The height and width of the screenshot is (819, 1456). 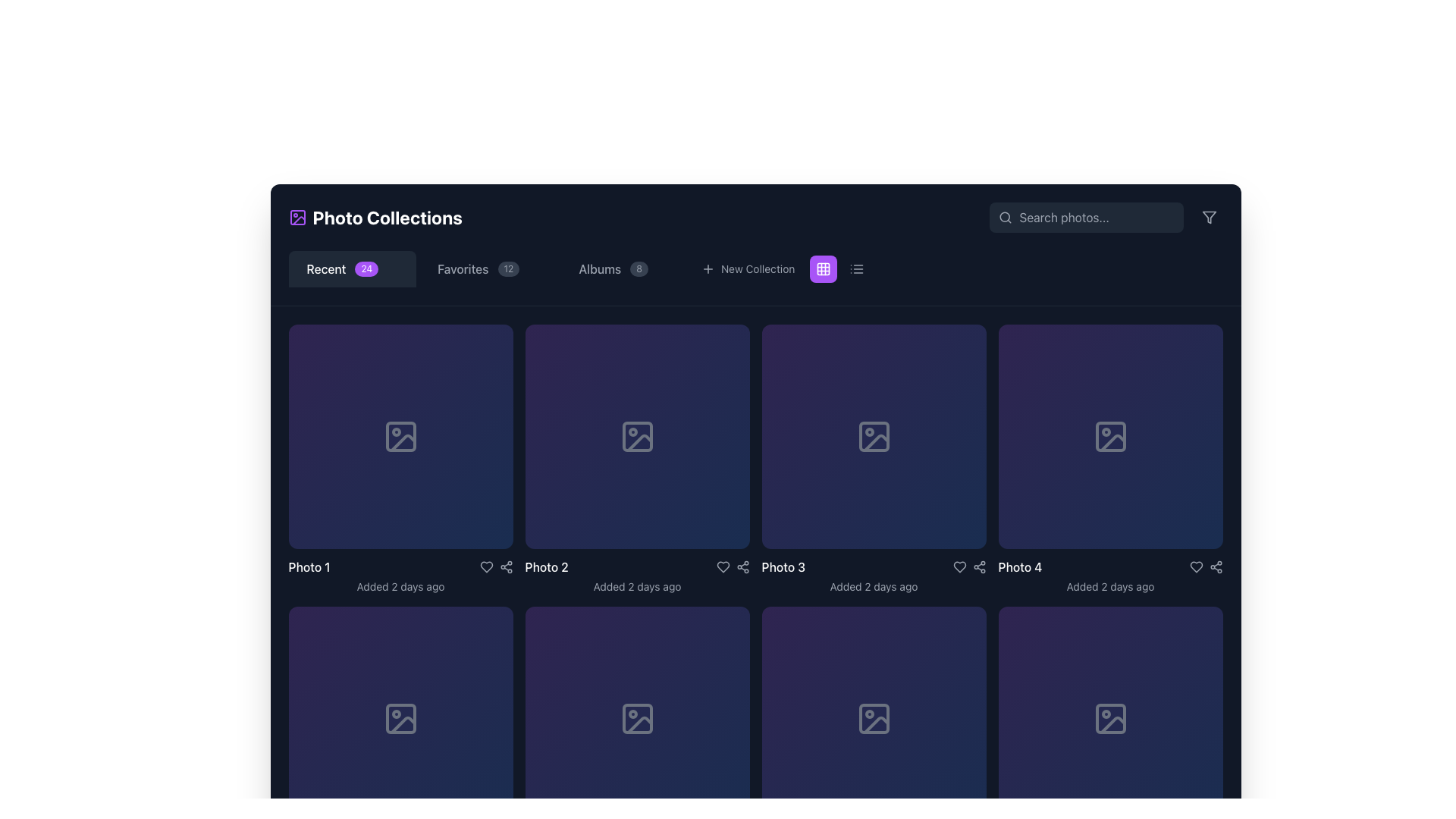 What do you see at coordinates (876, 443) in the screenshot?
I see `the diagonal marker overlay located in the lower-right portion of the third image thumbnail in the top row of the grid layout` at bounding box center [876, 443].